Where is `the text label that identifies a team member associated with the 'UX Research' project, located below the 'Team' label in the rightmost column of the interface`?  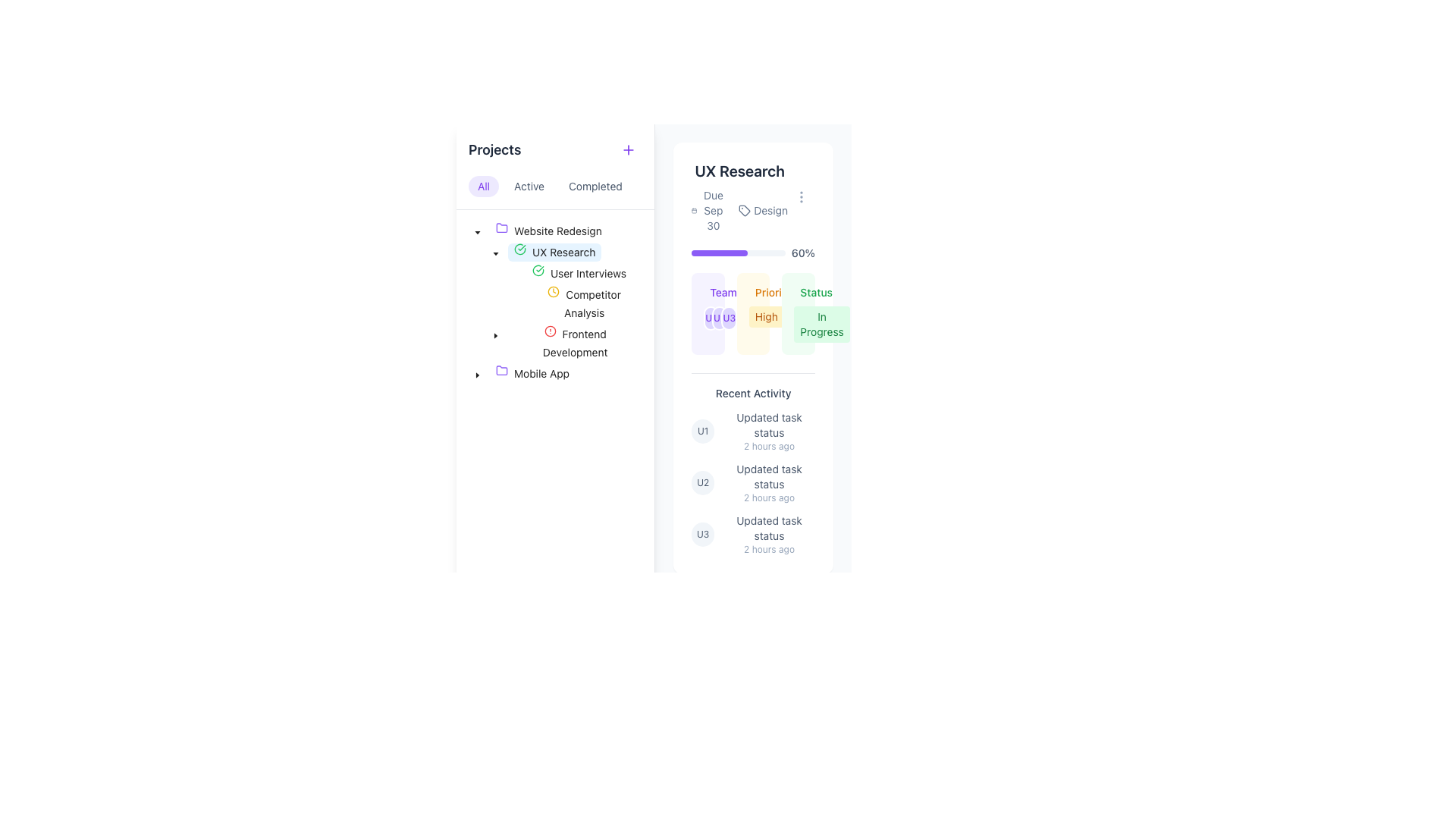 the text label that identifies a team member associated with the 'UX Research' project, located below the 'Team' label in the rightmost column of the interface is located at coordinates (719, 318).